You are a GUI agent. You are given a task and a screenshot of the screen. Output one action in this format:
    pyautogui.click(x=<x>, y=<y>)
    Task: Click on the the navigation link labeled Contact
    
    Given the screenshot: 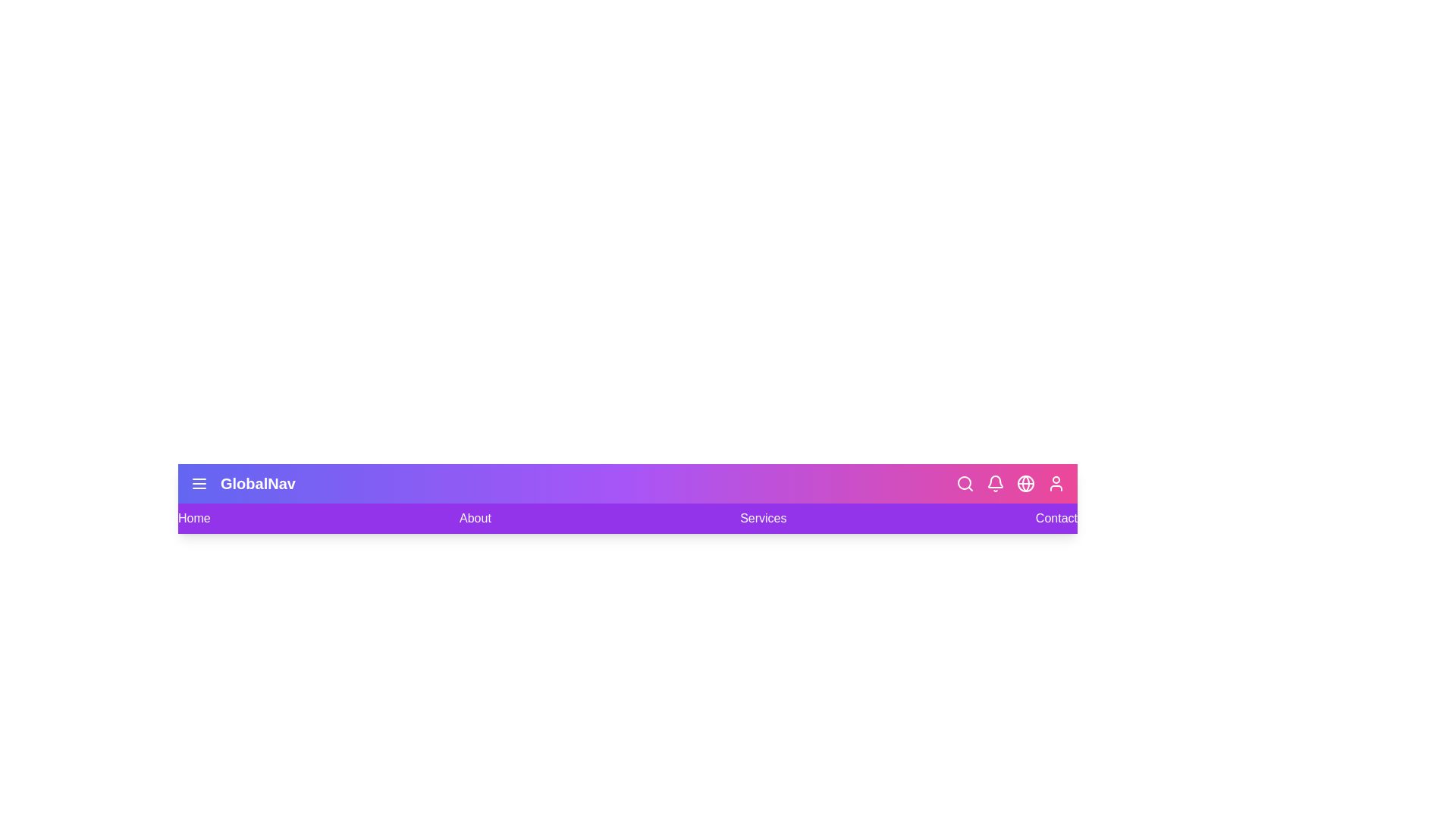 What is the action you would take?
    pyautogui.click(x=1055, y=517)
    